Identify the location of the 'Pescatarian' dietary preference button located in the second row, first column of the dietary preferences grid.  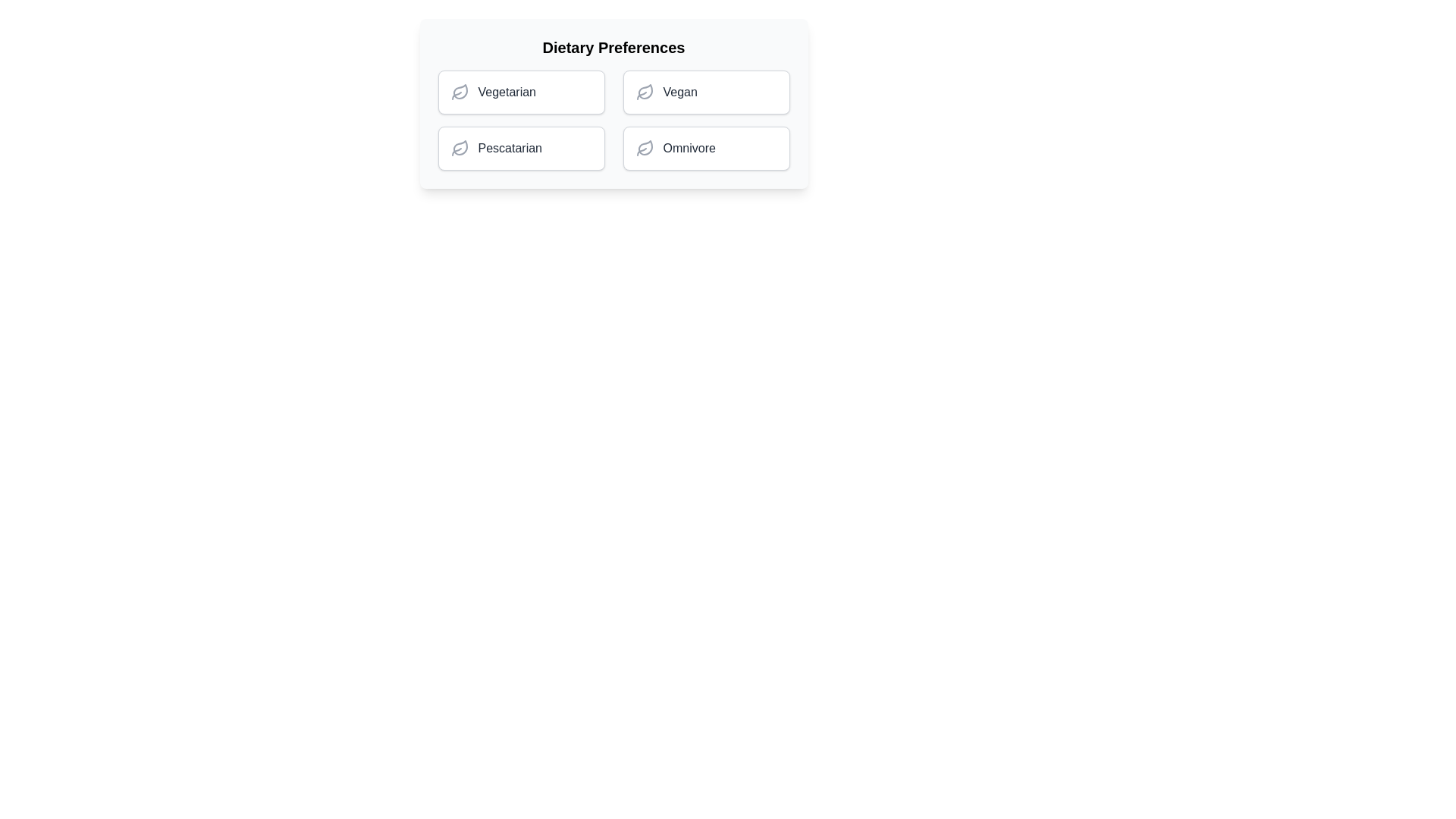
(521, 149).